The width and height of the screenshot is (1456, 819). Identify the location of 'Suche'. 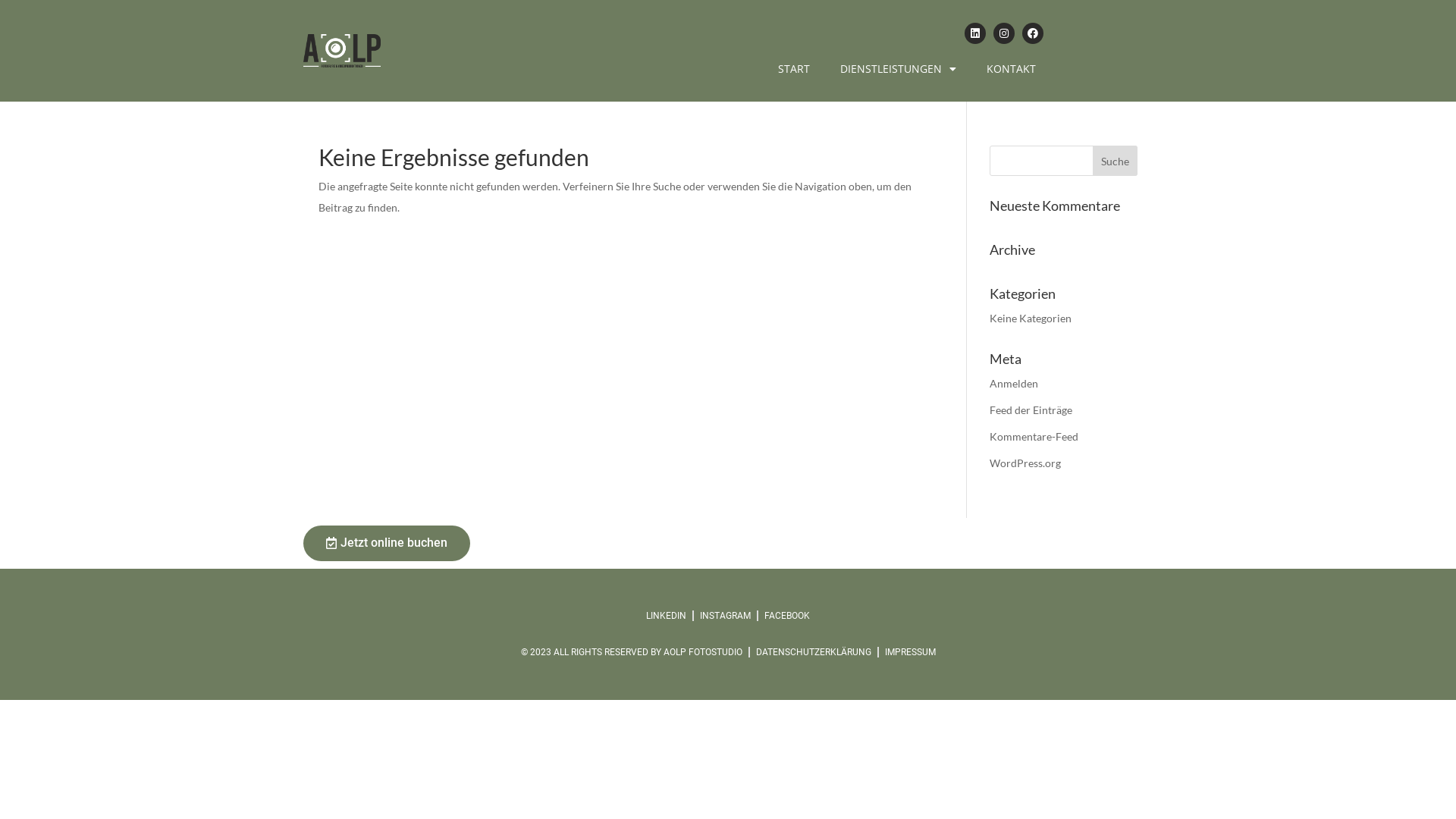
(1115, 161).